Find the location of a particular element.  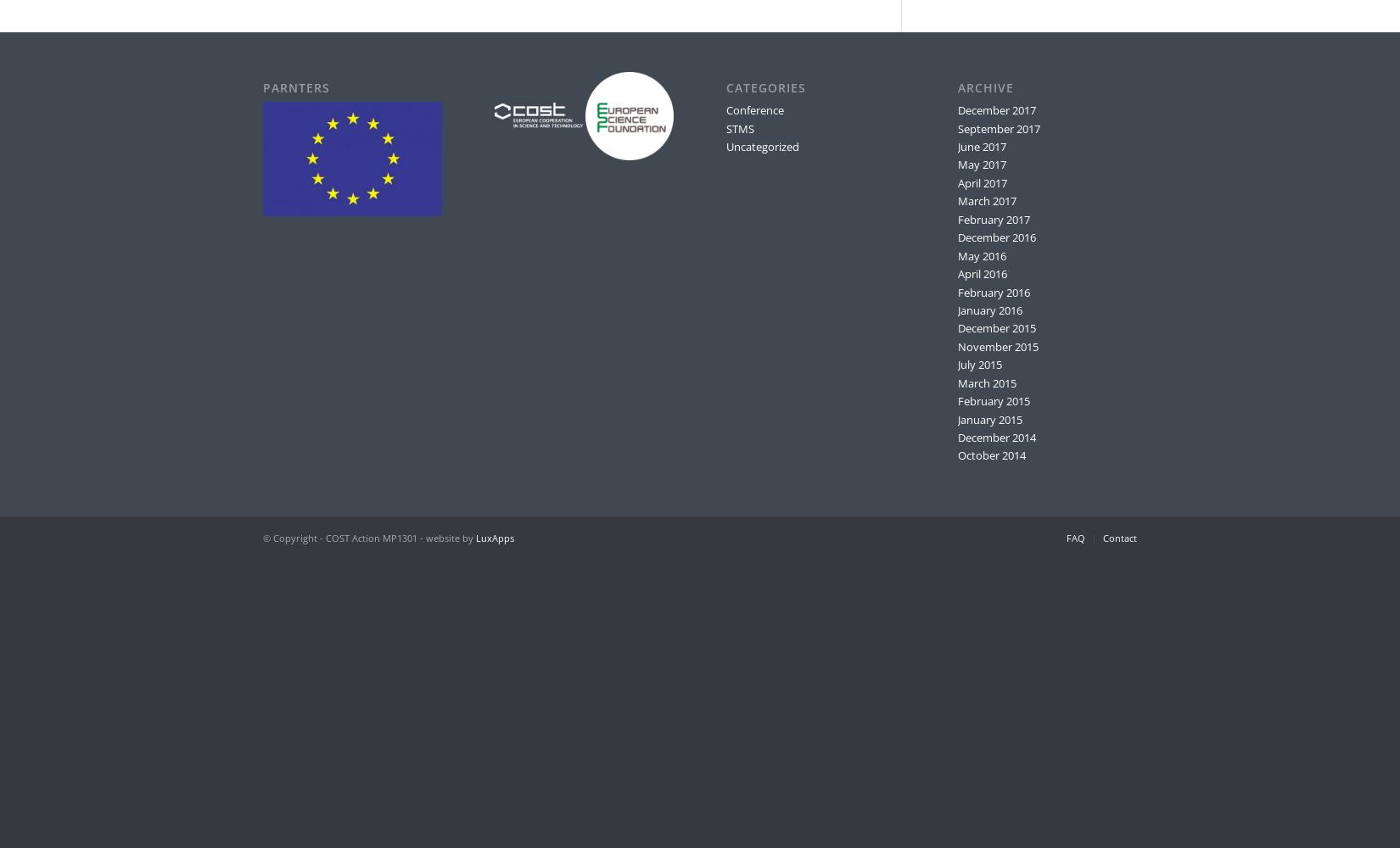

'January 2015' is located at coordinates (989, 418).